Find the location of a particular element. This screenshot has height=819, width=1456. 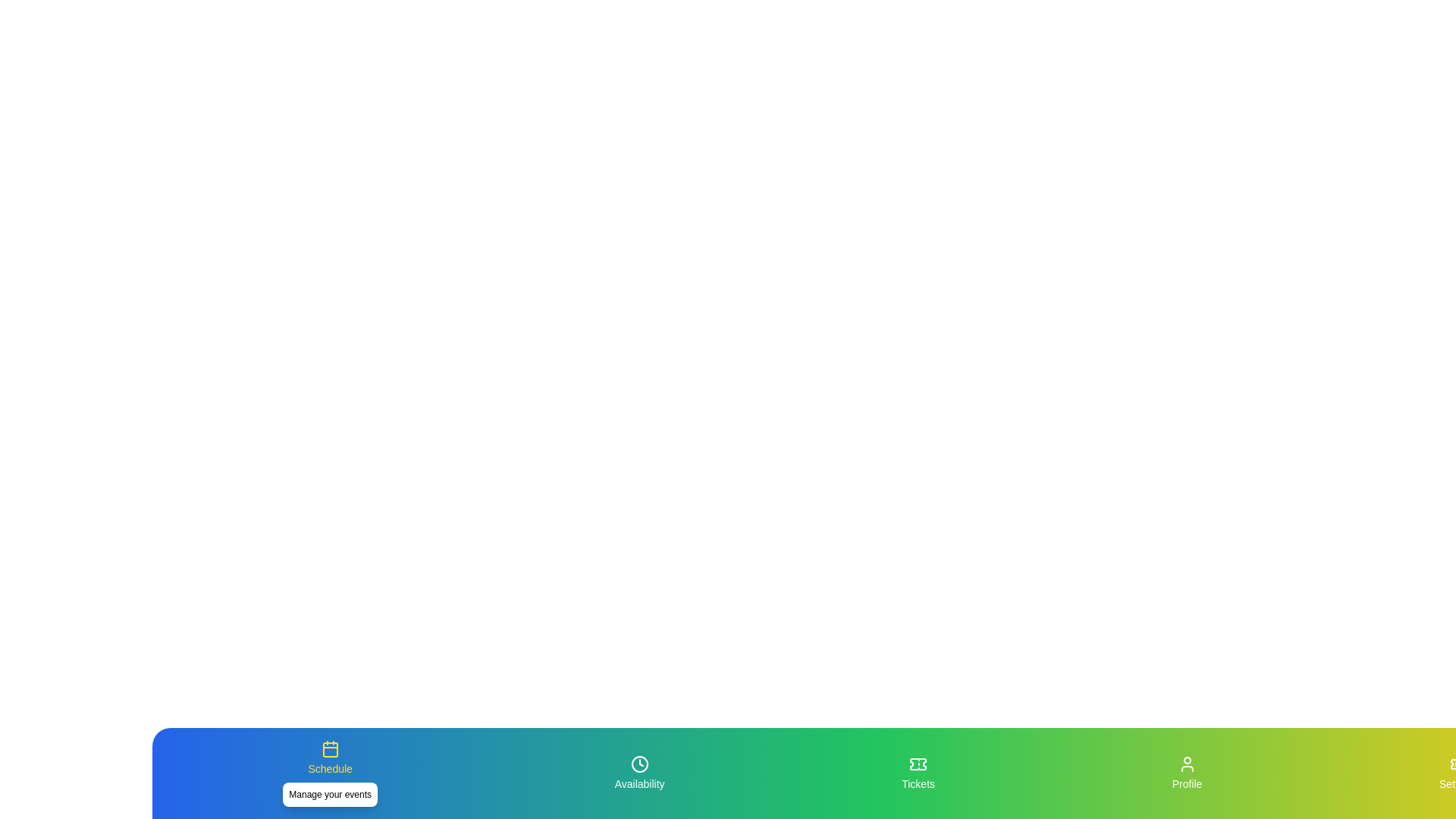

the Profile tab by clicking on its corresponding area is located at coordinates (1186, 773).